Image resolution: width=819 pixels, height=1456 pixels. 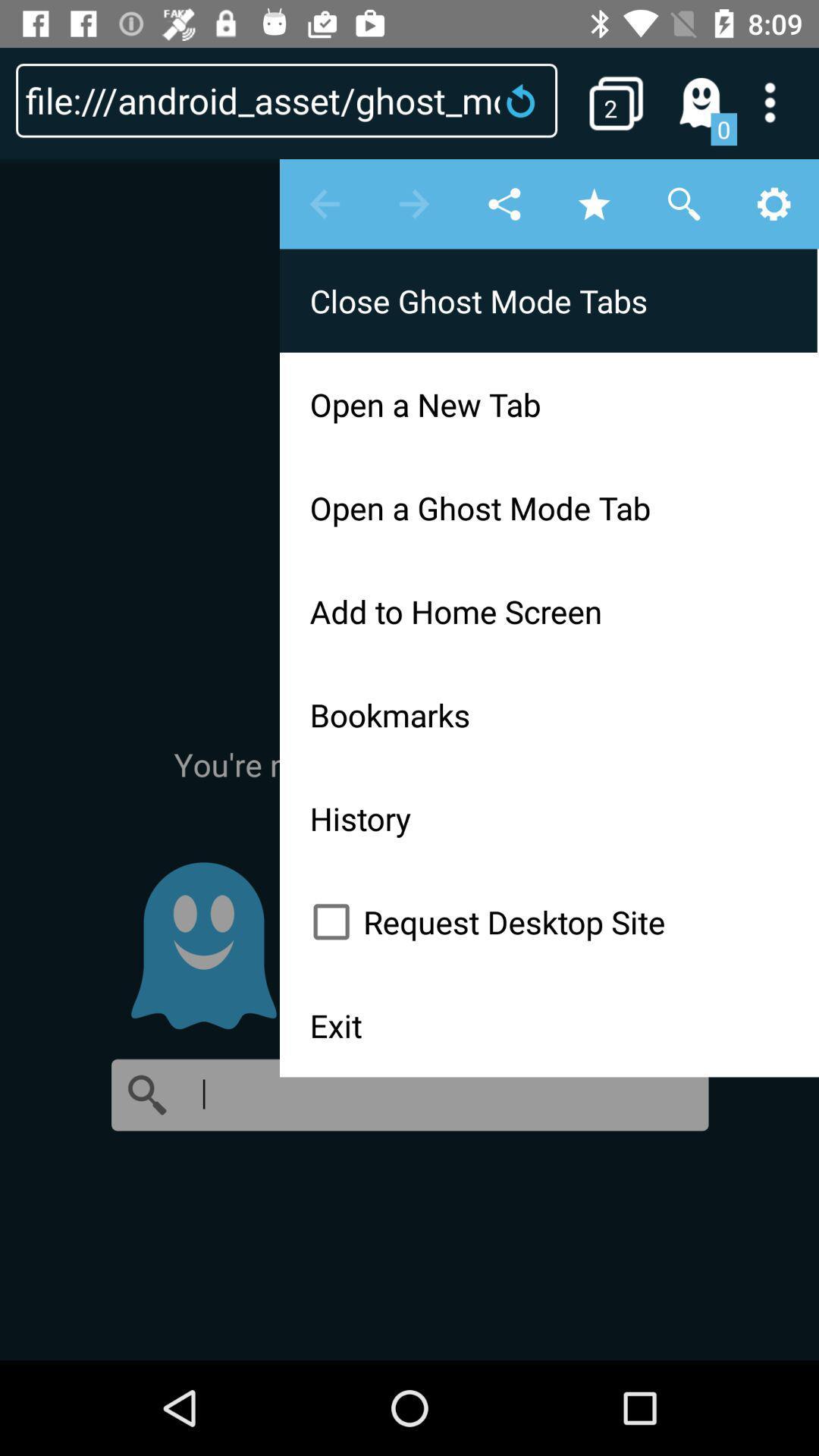 I want to click on the icon below 0, so click(x=409, y=758).